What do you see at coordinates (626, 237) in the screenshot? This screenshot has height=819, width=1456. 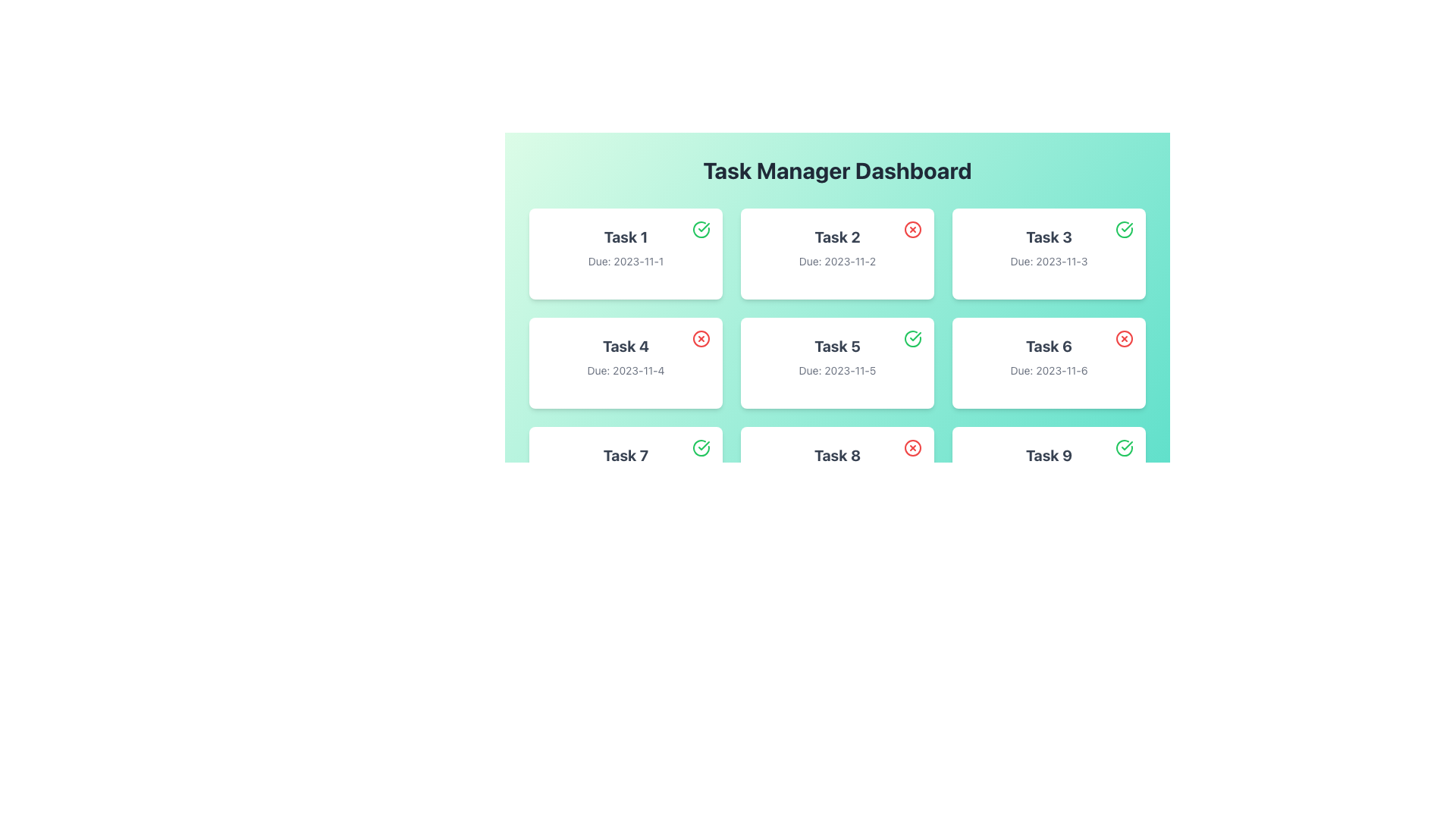 I see `the Text label that serves as the title for the first task card in the upper-left region of a 3x3 grid layout` at bounding box center [626, 237].